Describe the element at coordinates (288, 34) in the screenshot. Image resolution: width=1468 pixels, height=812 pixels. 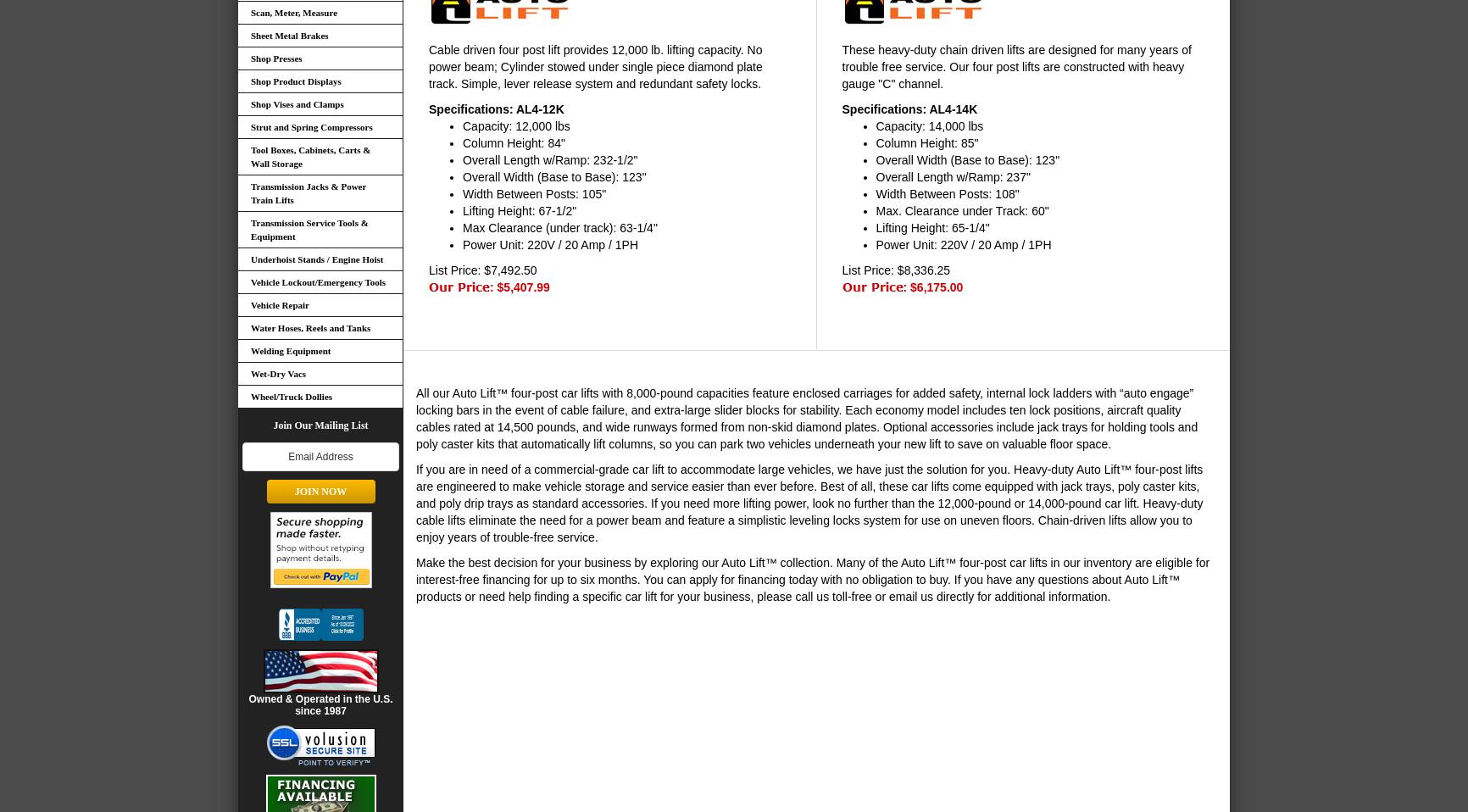
I see `'Sheet Metal Brakes'` at that location.